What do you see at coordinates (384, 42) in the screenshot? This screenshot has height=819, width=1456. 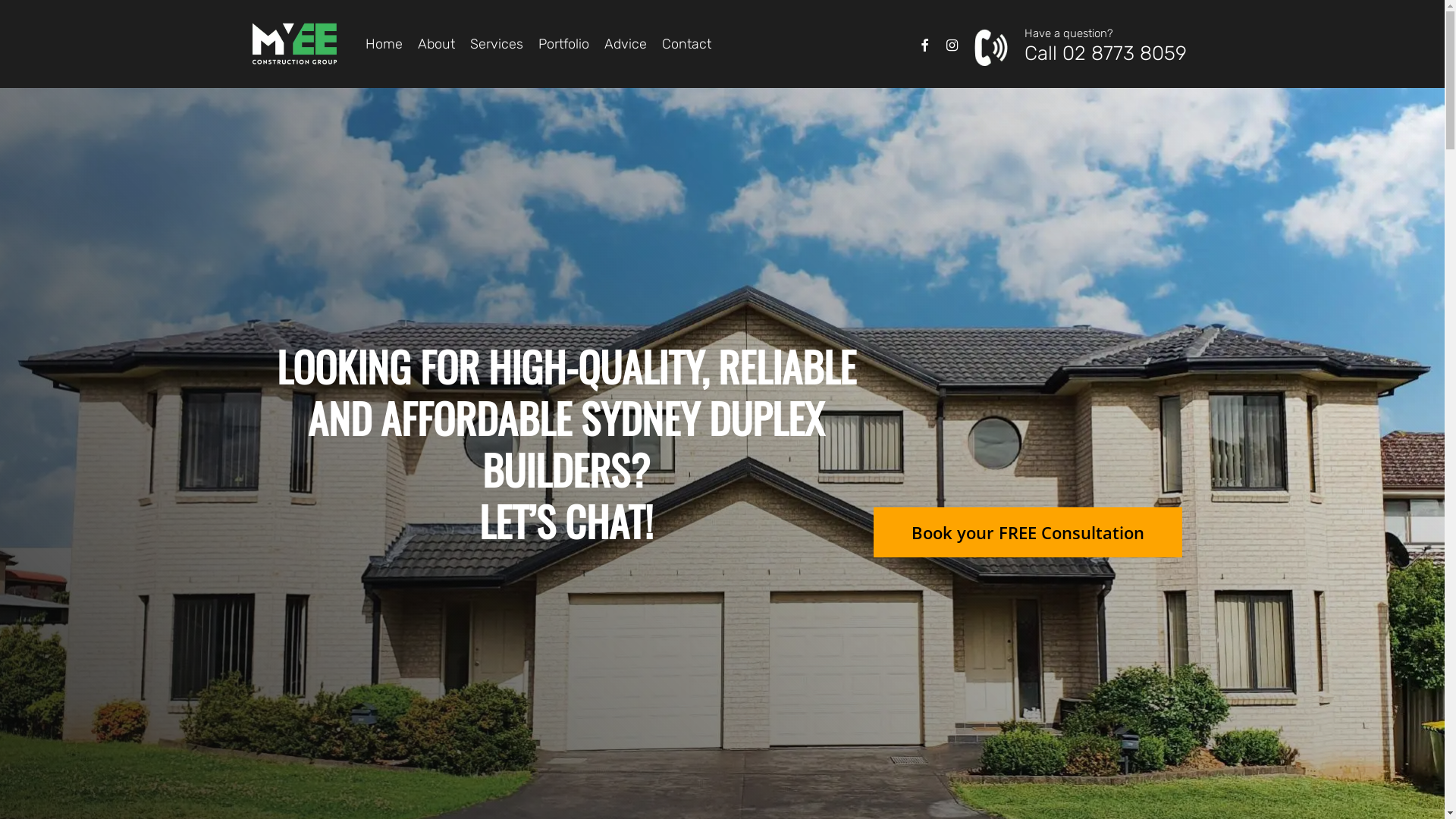 I see `'Home'` at bounding box center [384, 42].